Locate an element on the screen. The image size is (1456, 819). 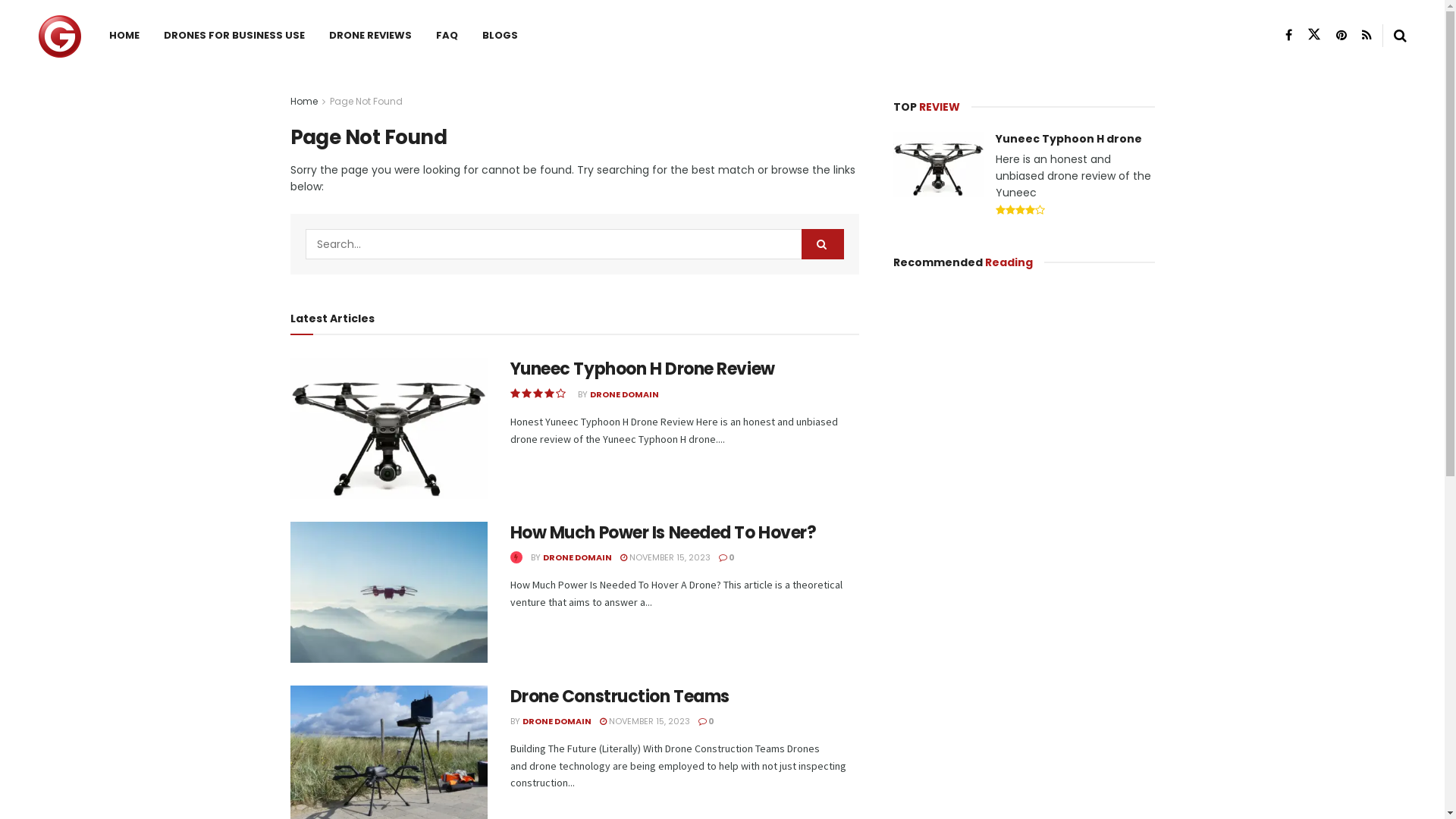
'FAQ' is located at coordinates (423, 34).